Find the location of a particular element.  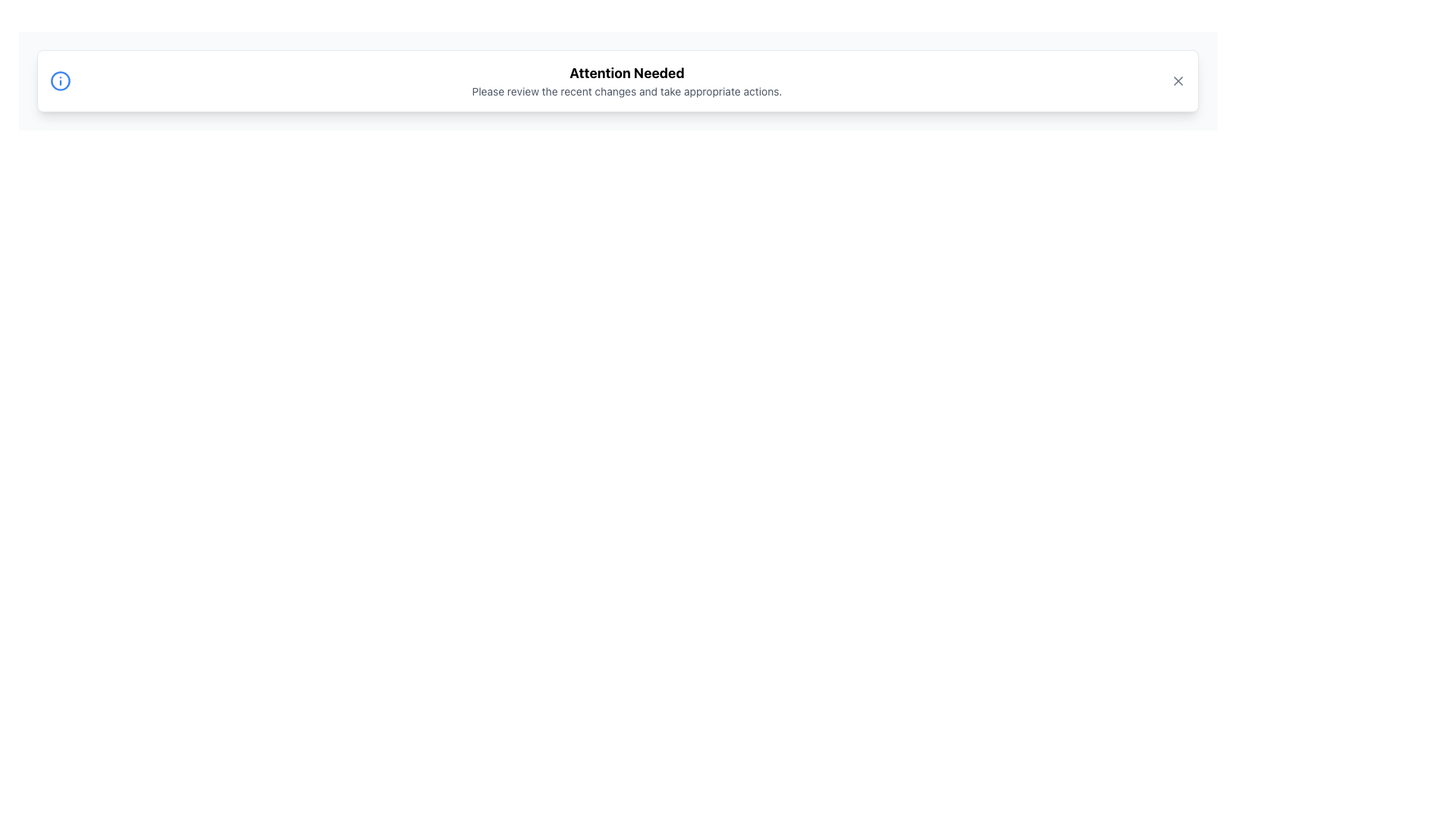

the small gray 'X' icon at the top-right corner of the notification box to change its color is located at coordinates (1178, 81).